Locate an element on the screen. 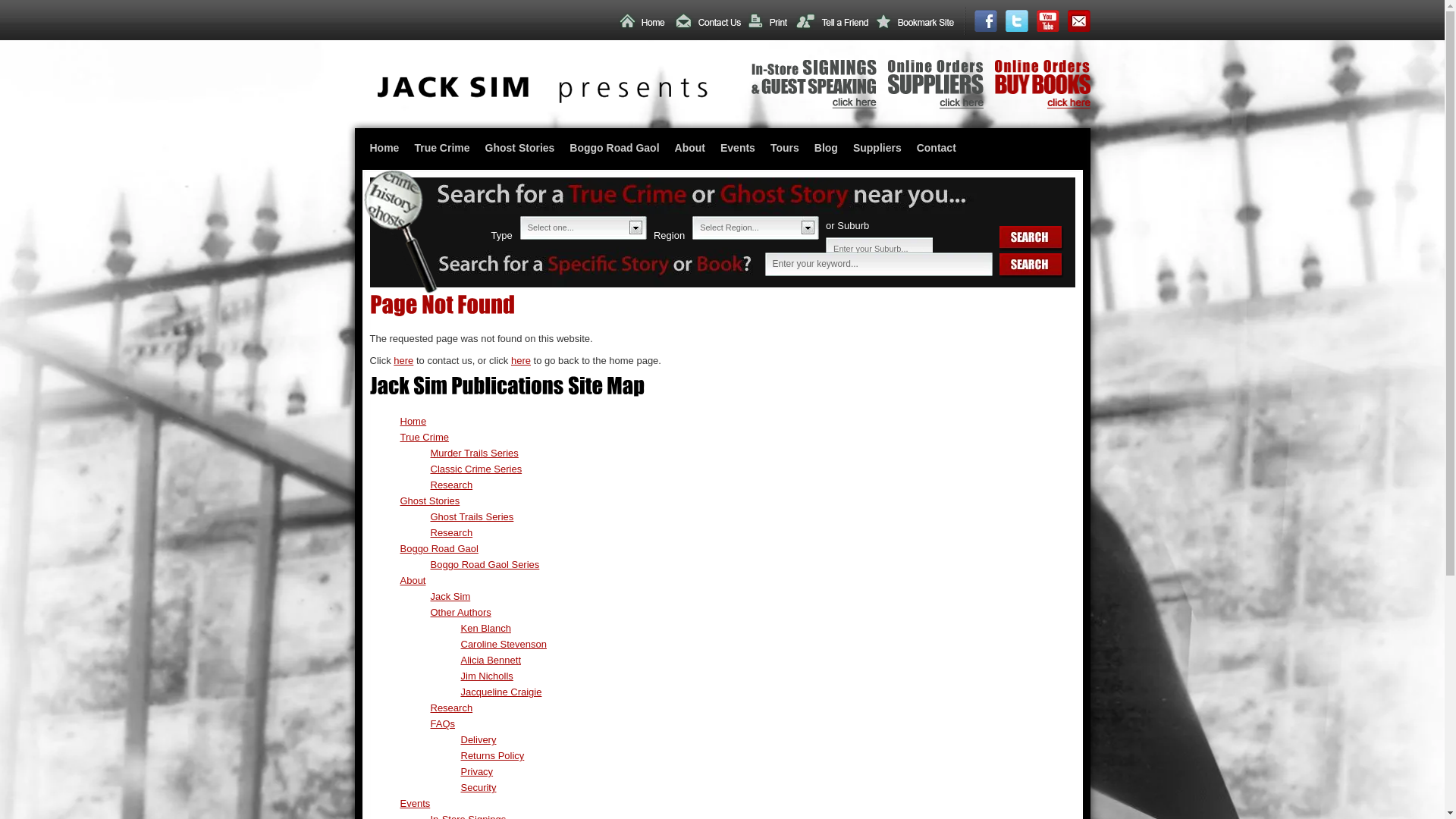 The height and width of the screenshot is (819, 1456). 'True Crime' is located at coordinates (441, 149).